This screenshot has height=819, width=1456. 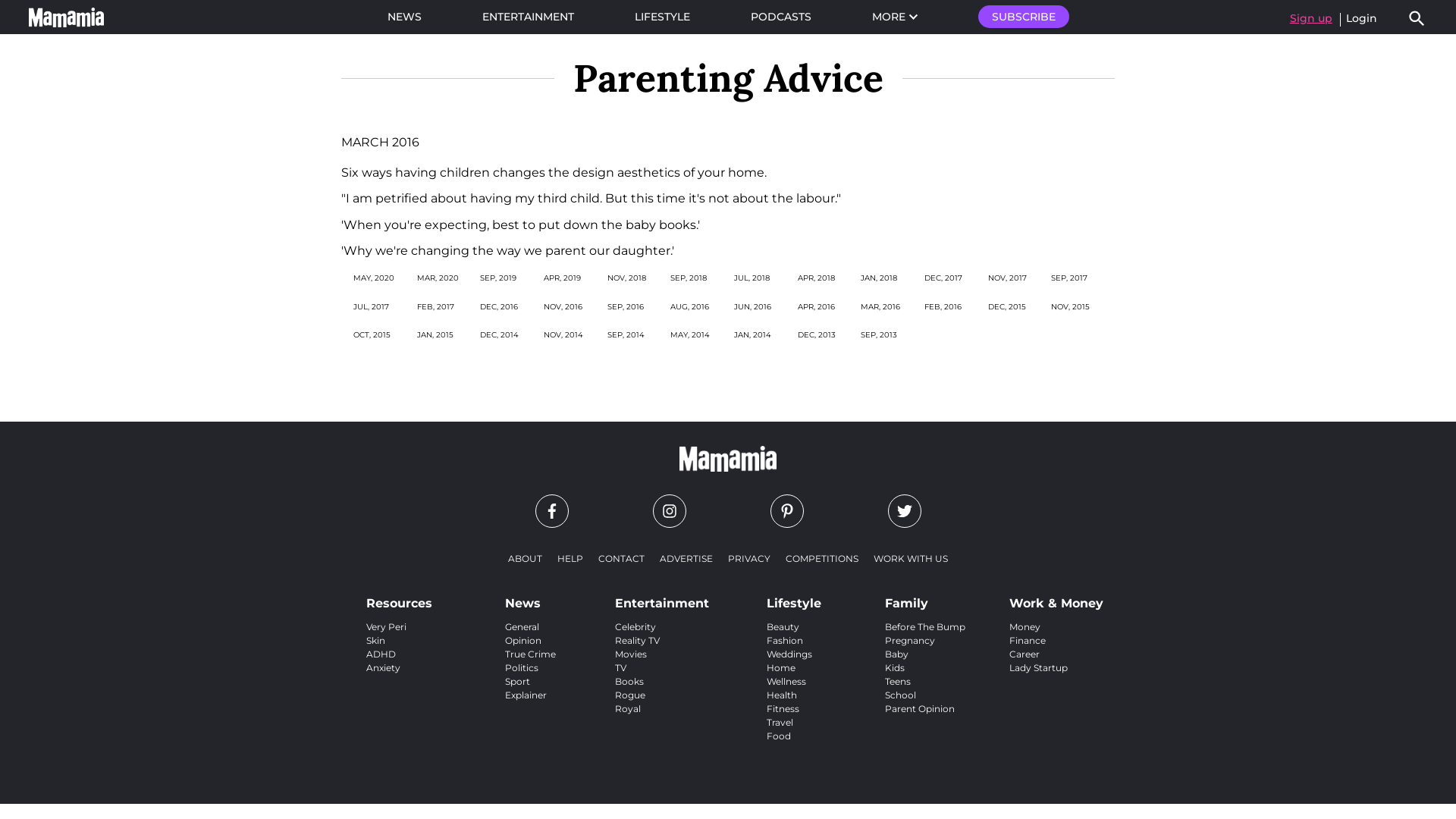 What do you see at coordinates (919, 708) in the screenshot?
I see `'Parent Opinion'` at bounding box center [919, 708].